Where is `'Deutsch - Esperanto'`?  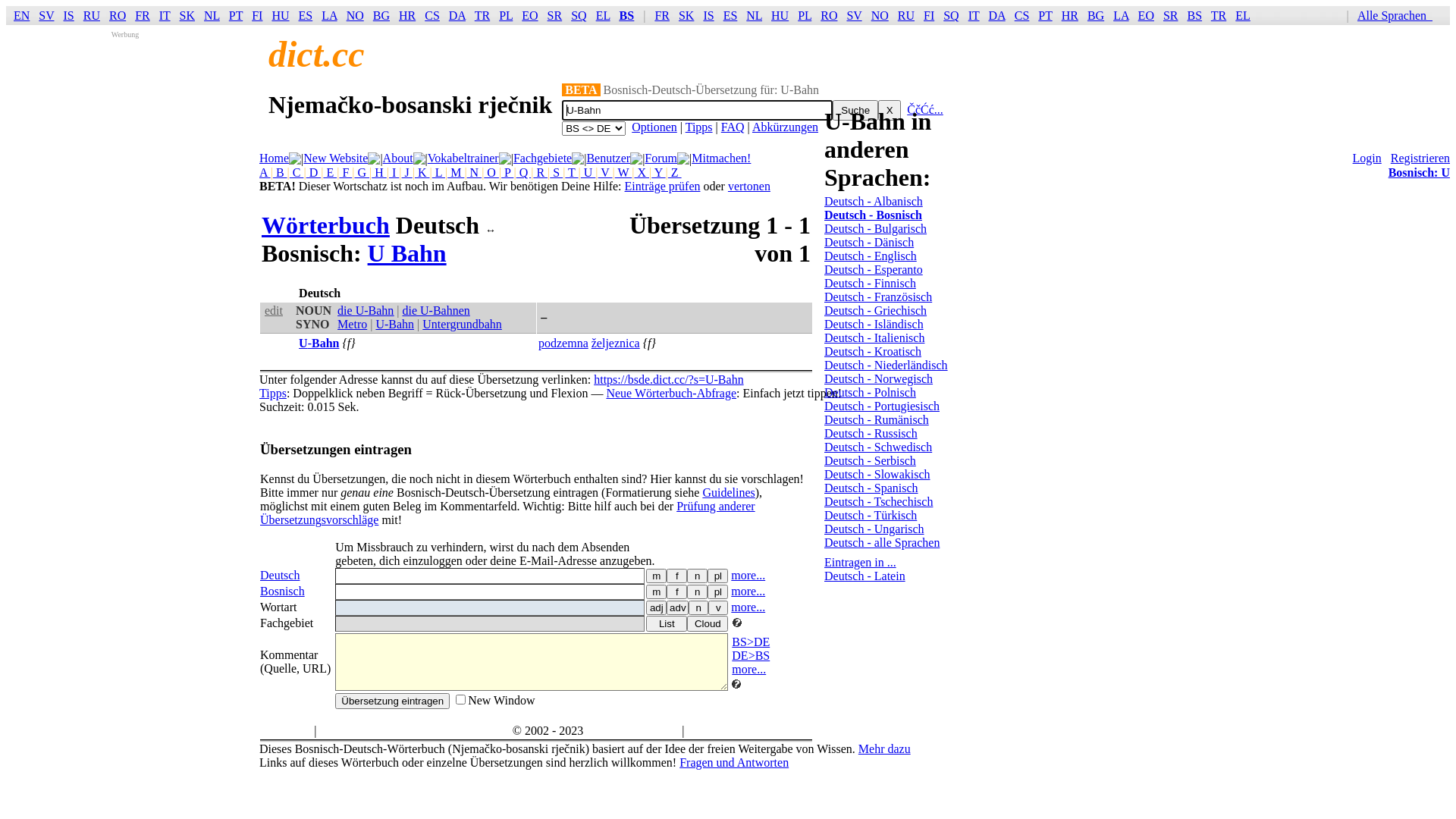
'Deutsch - Esperanto' is located at coordinates (874, 268).